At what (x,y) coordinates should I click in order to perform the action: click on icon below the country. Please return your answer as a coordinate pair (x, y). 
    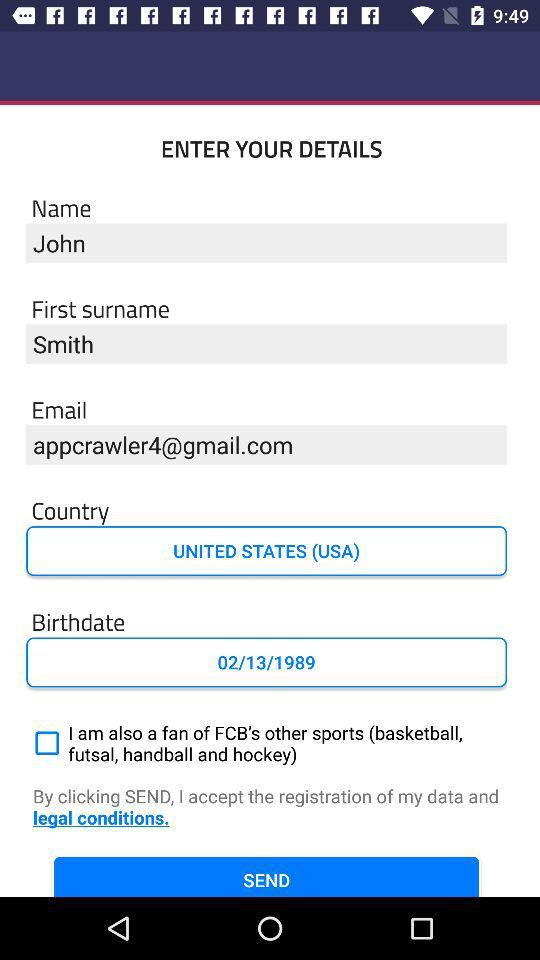
    Looking at the image, I should click on (266, 551).